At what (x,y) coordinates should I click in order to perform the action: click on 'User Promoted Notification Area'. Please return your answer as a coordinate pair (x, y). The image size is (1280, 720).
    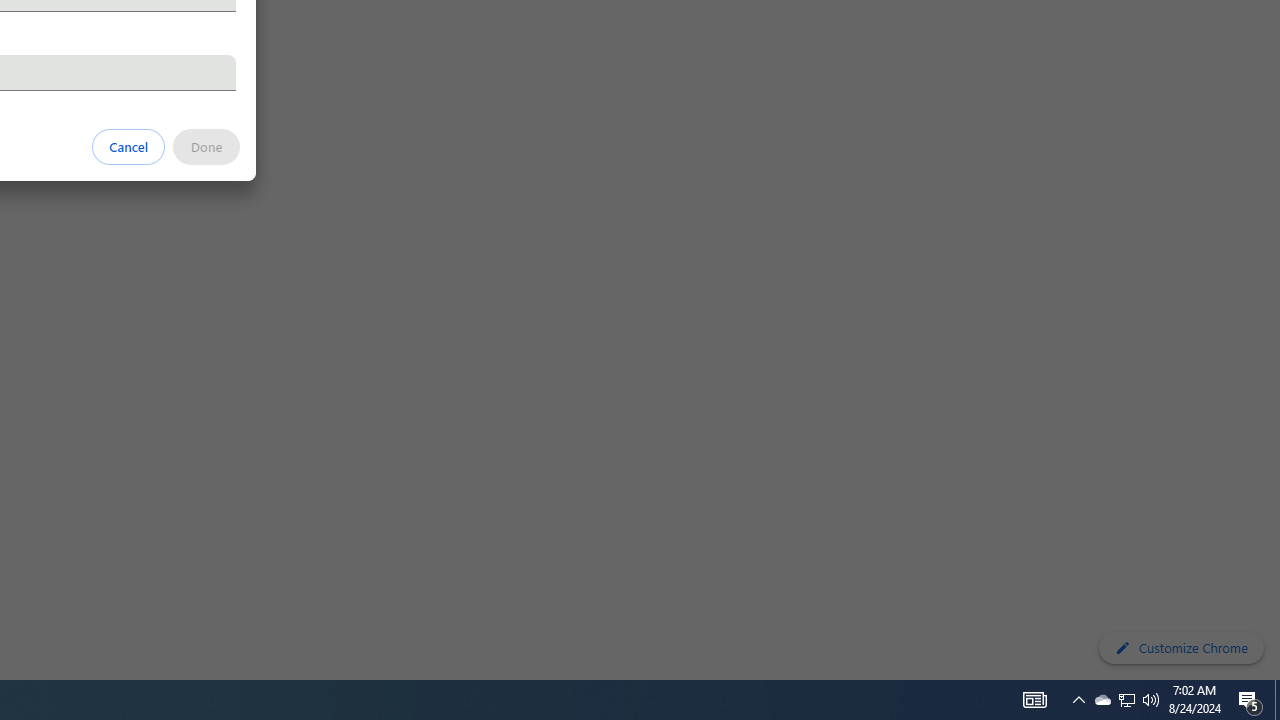
    Looking at the image, I should click on (1127, 698).